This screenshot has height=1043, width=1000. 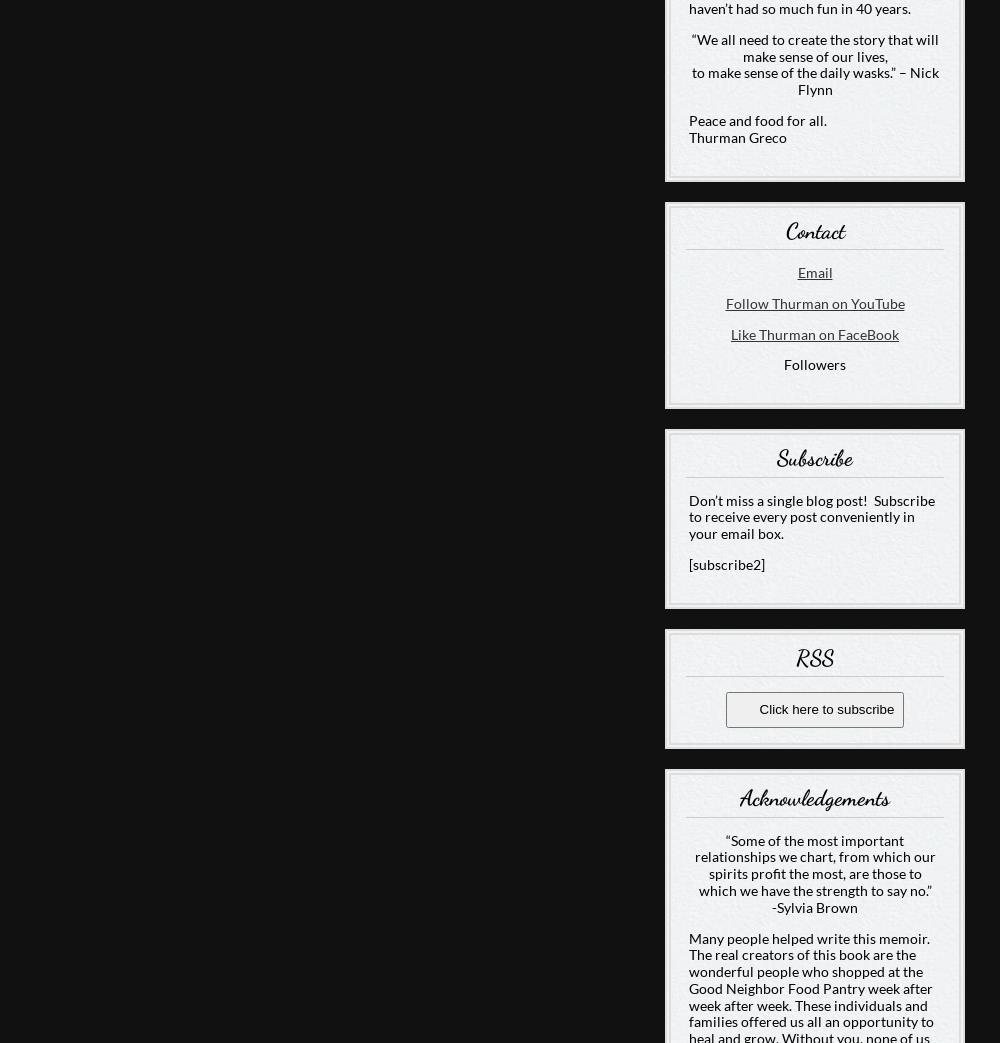 What do you see at coordinates (814, 456) in the screenshot?
I see `'Subscribe'` at bounding box center [814, 456].